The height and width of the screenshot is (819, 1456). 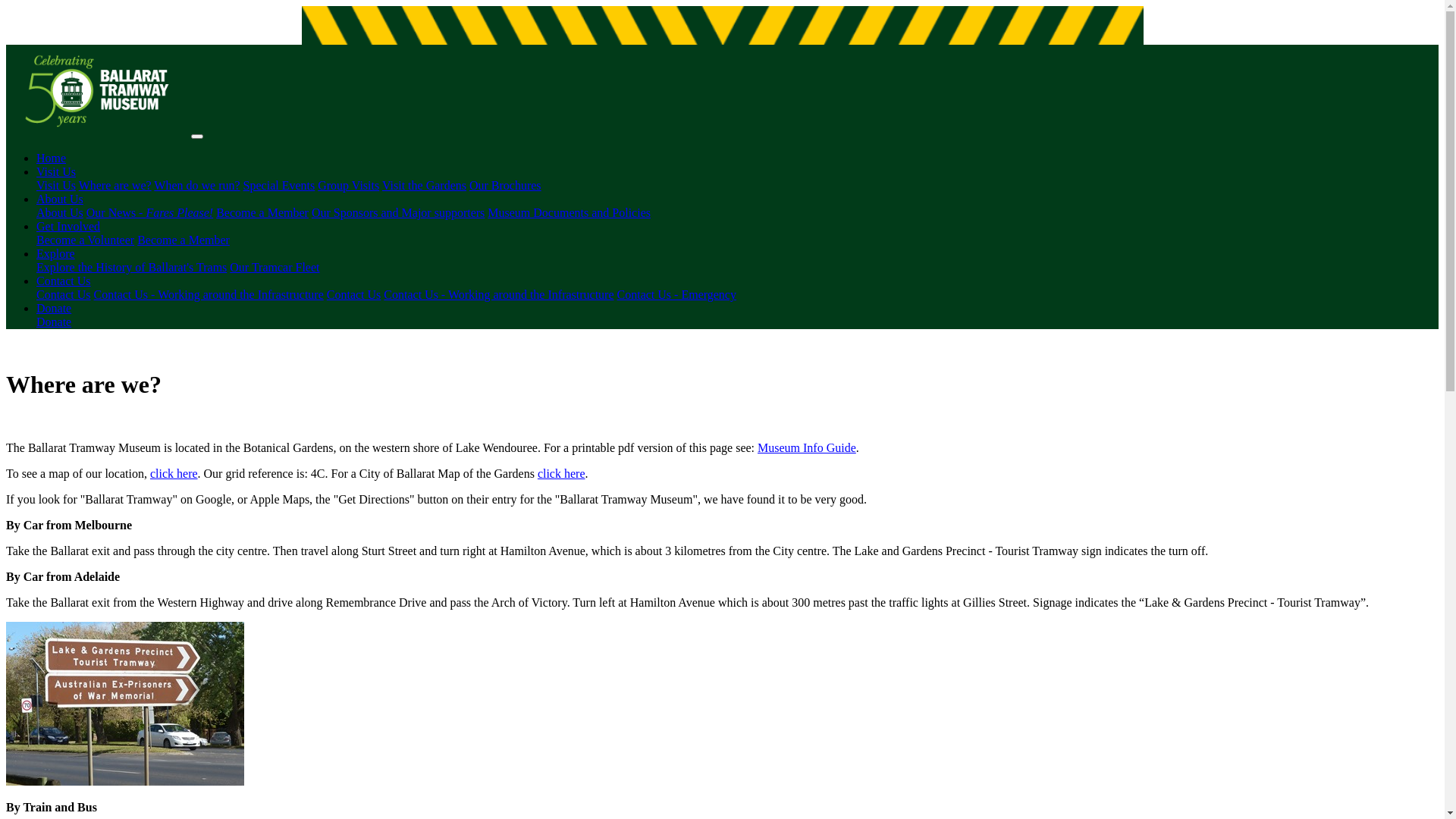 I want to click on 'Visit Us', so click(x=55, y=171).